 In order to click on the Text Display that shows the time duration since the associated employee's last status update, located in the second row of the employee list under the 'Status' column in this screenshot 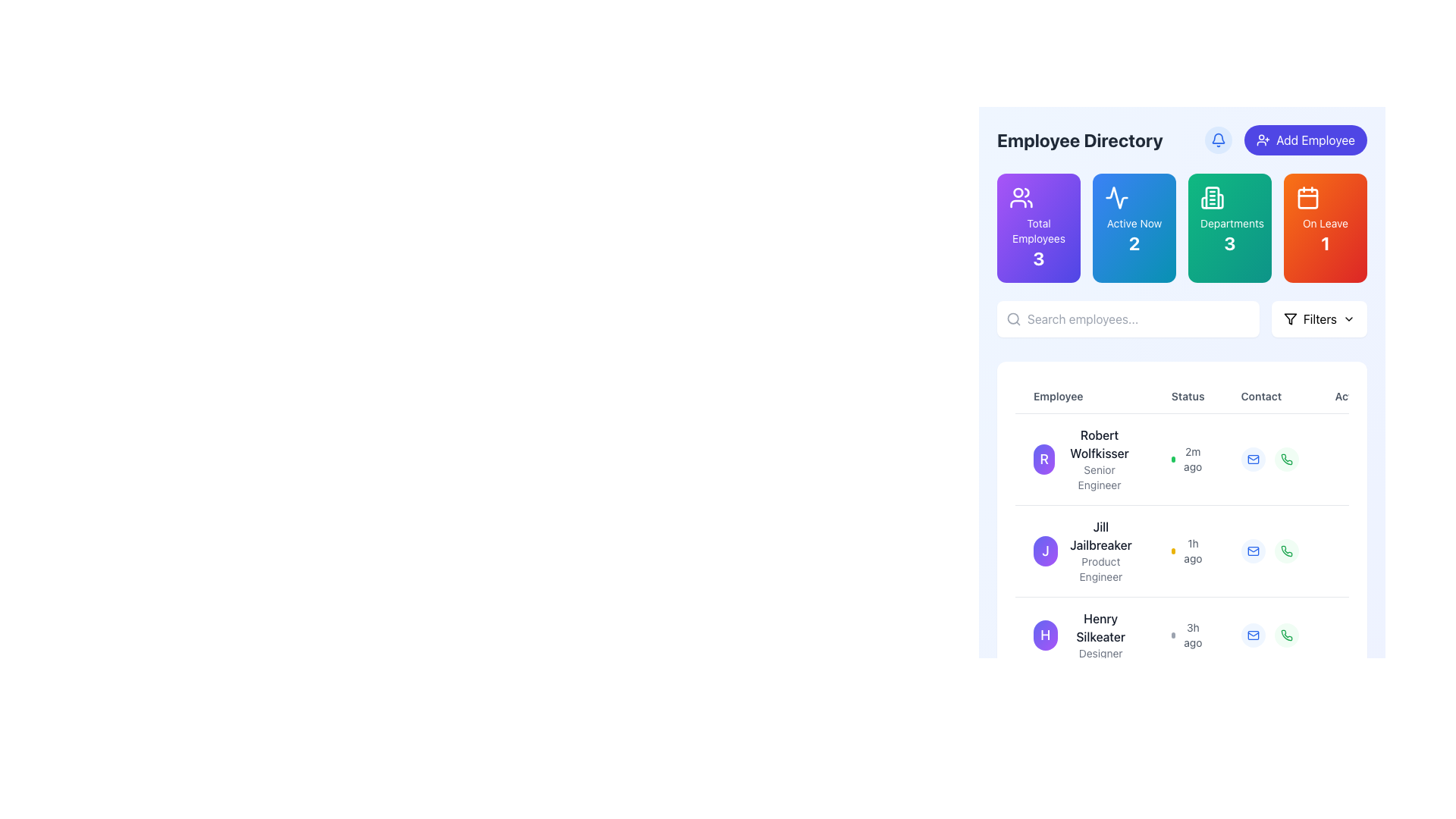, I will do `click(1187, 551)`.